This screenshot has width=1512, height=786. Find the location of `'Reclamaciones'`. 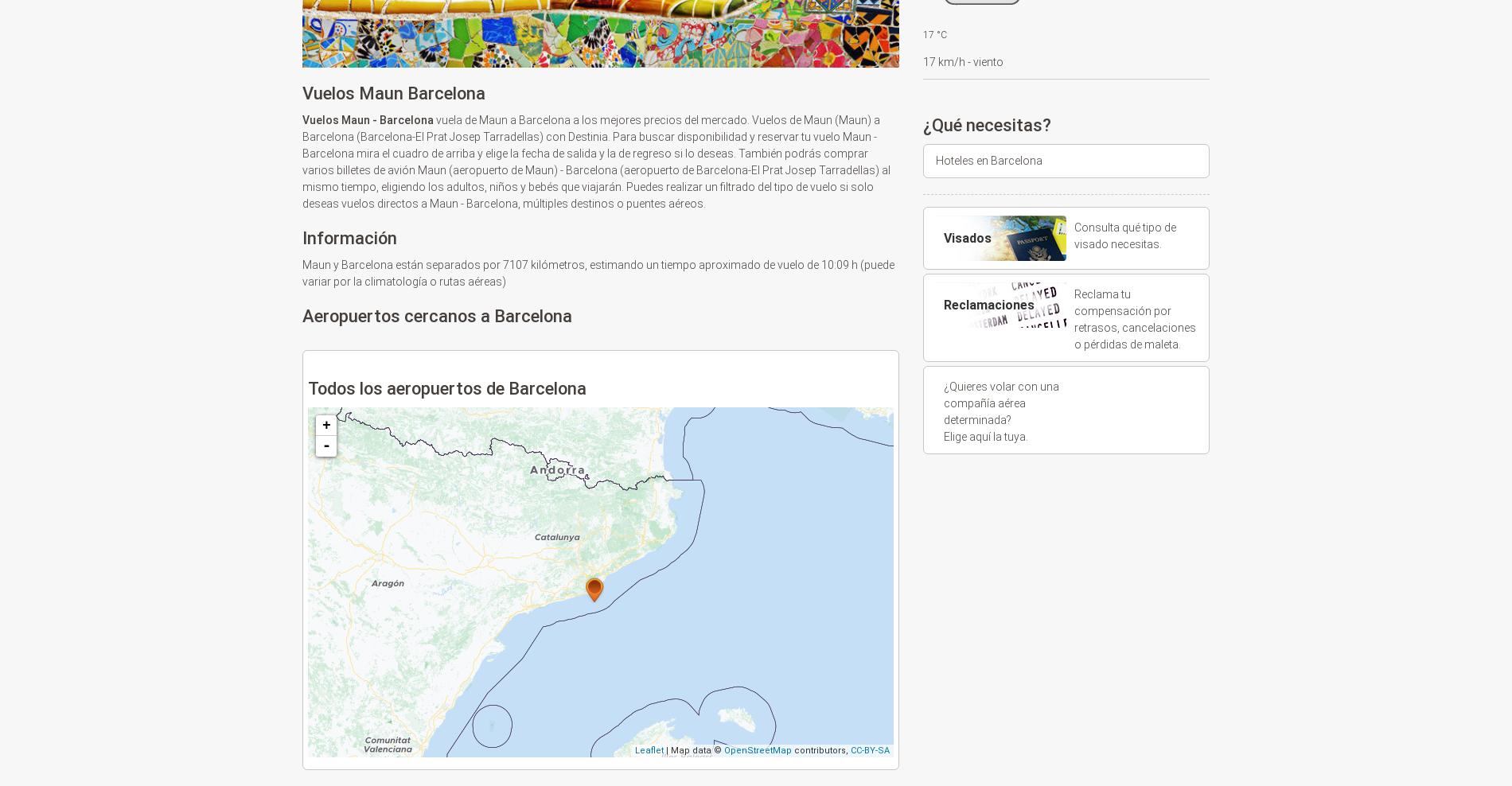

'Reclamaciones' is located at coordinates (988, 304).